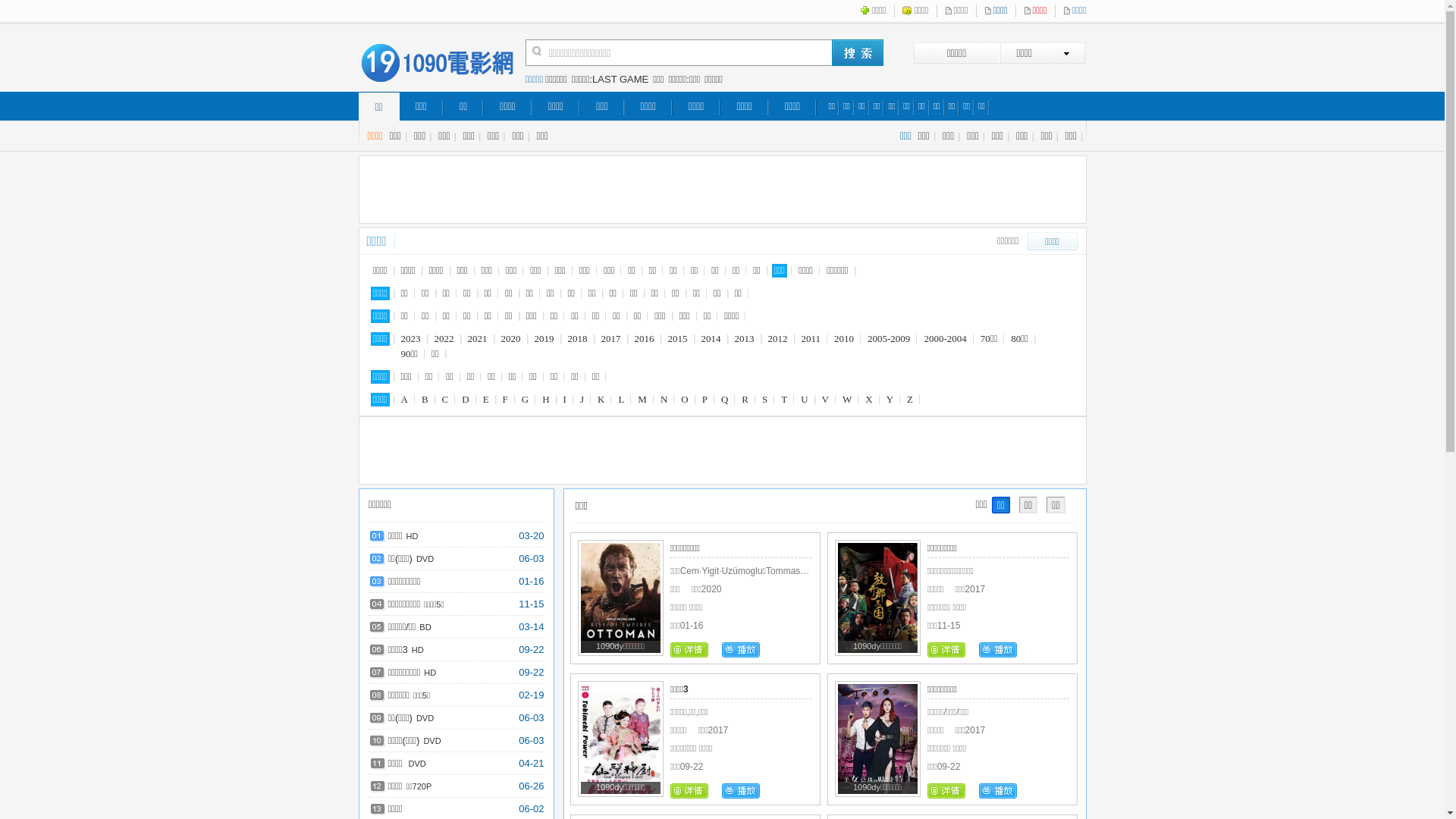  What do you see at coordinates (510, 338) in the screenshot?
I see `'2020'` at bounding box center [510, 338].